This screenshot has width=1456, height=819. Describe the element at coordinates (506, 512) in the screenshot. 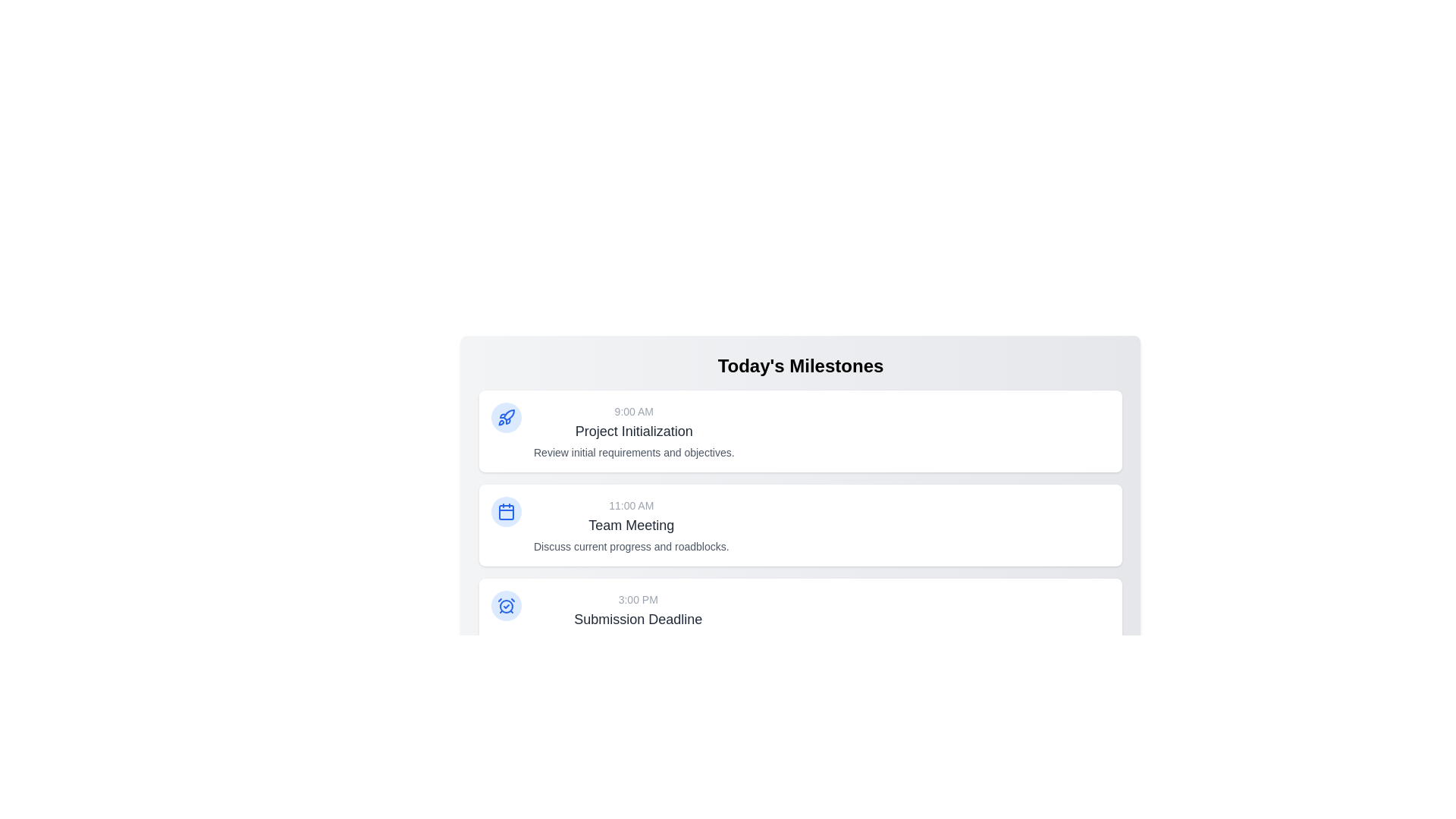

I see `the circular icon with a soft blue background and a calendar symbol, which is the leftmost component of the 'Team Meeting' schedule entry` at that location.